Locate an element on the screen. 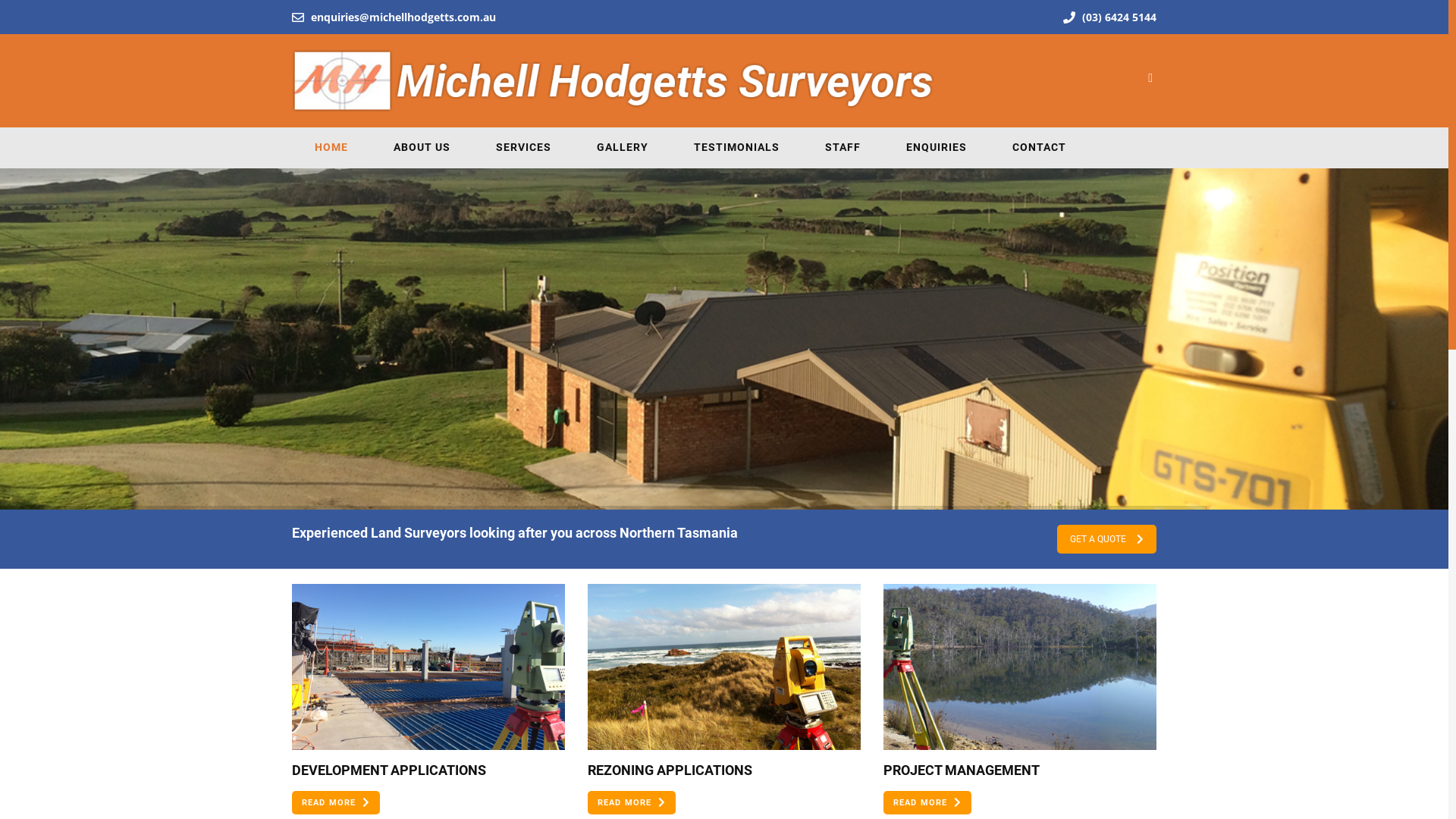  'TESTIMONIALS' is located at coordinates (670, 147).